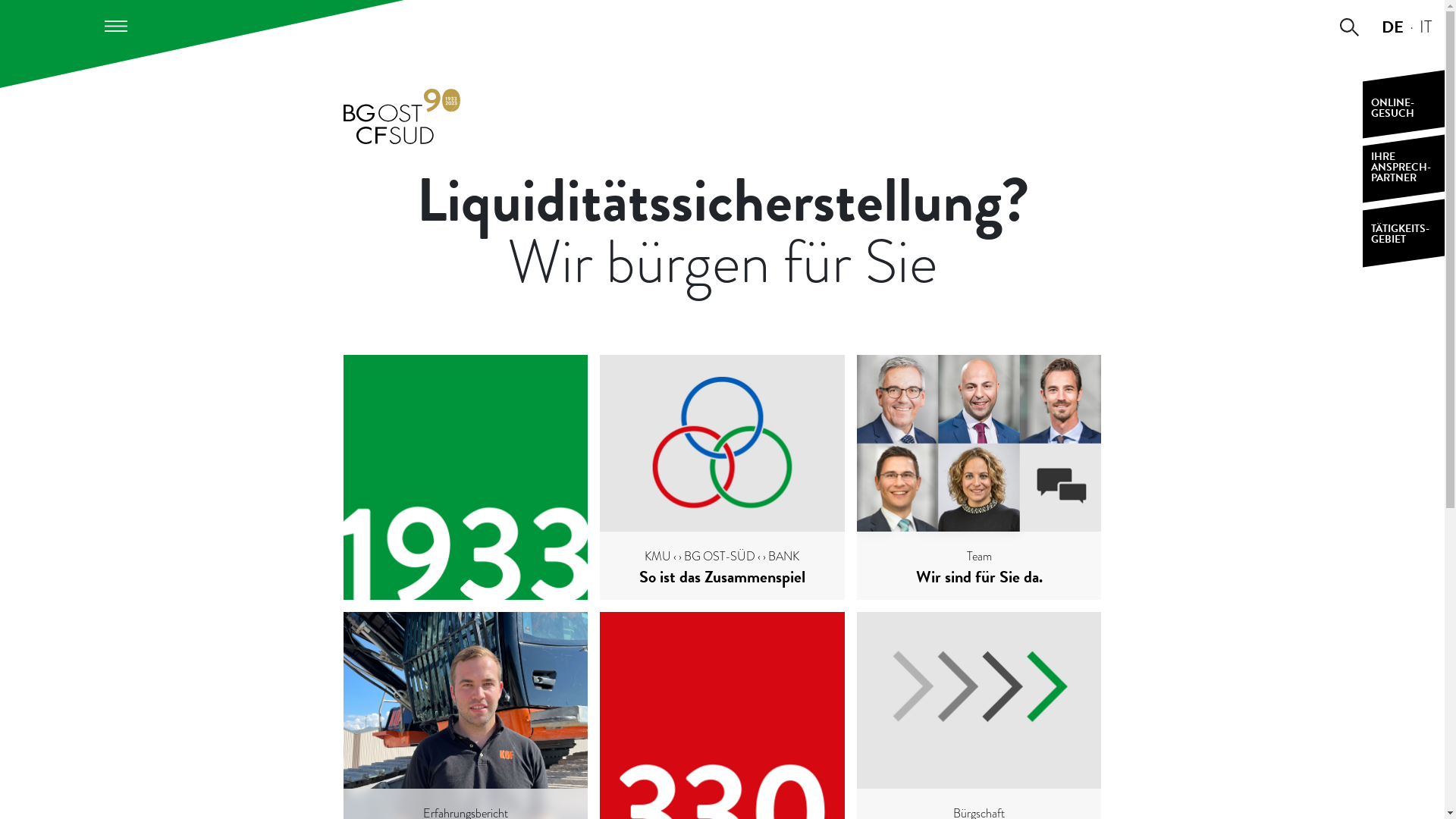  Describe the element at coordinates (1392, 26) in the screenshot. I see `'DE'` at that location.